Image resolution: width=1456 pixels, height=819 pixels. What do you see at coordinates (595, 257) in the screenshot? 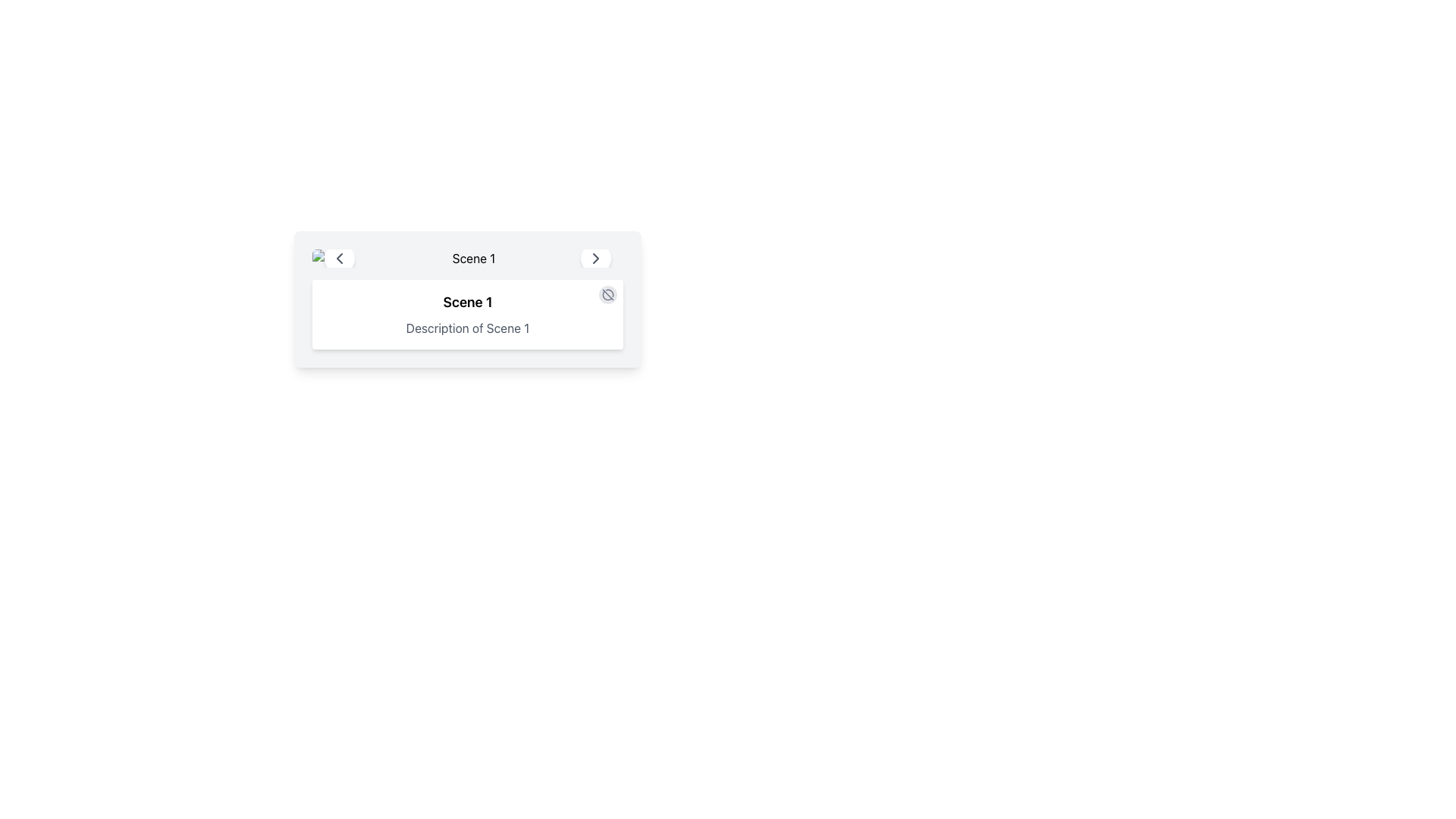
I see `the right-pointing chevron icon button with a white background and gray color` at bounding box center [595, 257].